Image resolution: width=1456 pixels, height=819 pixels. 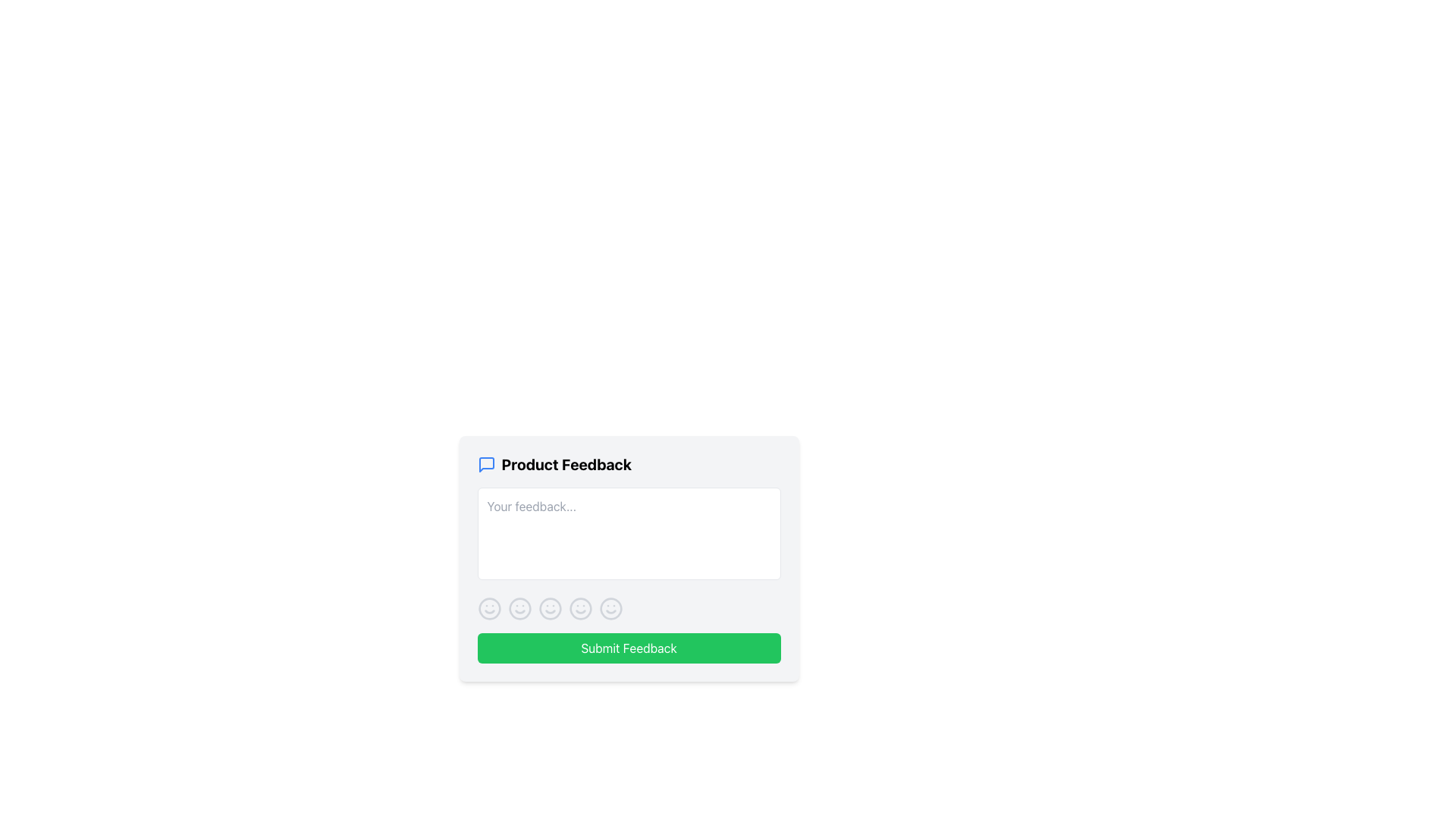 I want to click on on the rightmost circular smiley face icon in the feedback rating row, which is located above the 'Submit Feedback' button, so click(x=610, y=607).